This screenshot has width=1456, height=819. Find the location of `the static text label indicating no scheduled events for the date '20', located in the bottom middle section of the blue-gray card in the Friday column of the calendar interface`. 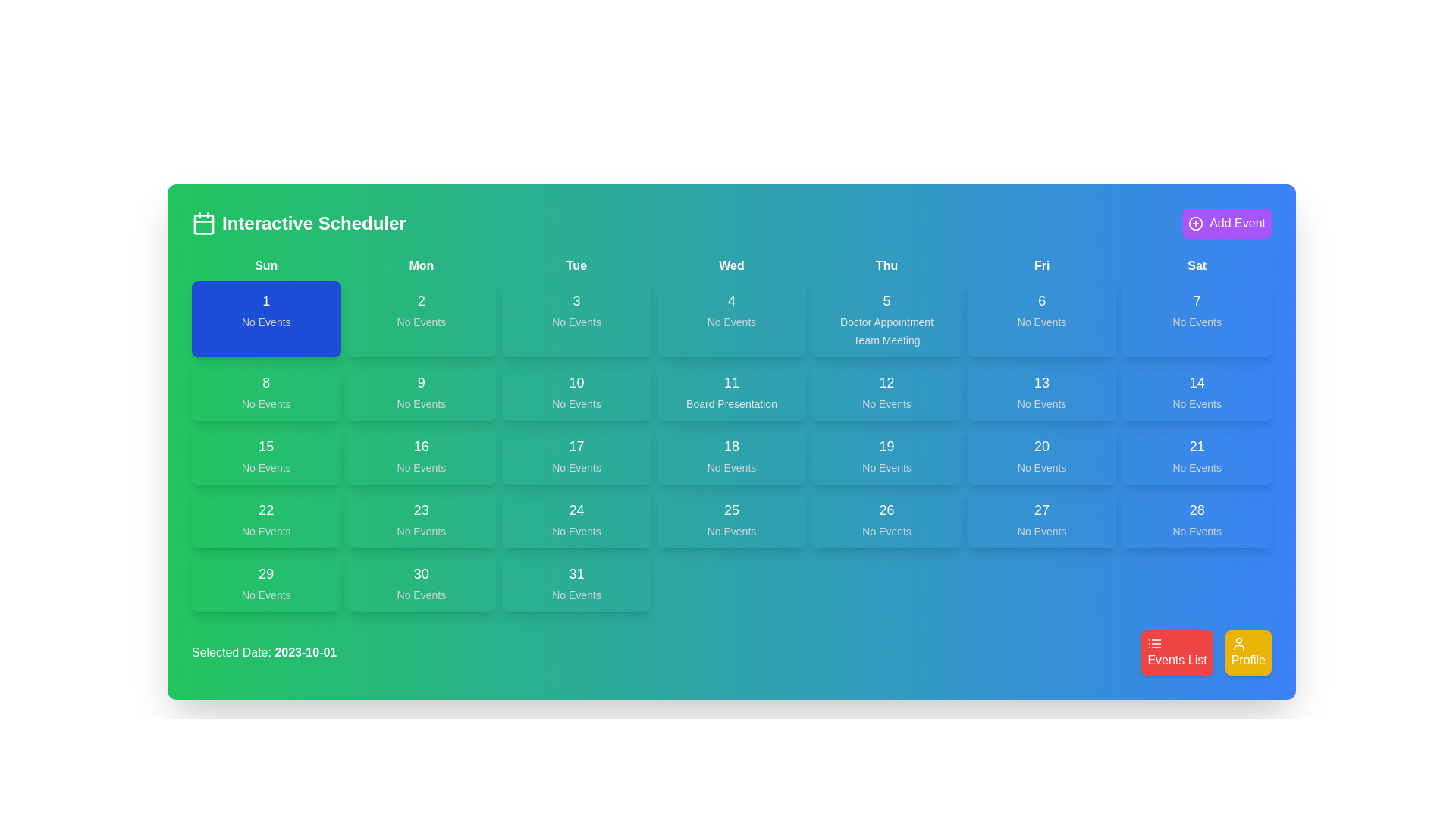

the static text label indicating no scheduled events for the date '20', located in the bottom middle section of the blue-gray card in the Friday column of the calendar interface is located at coordinates (1041, 467).